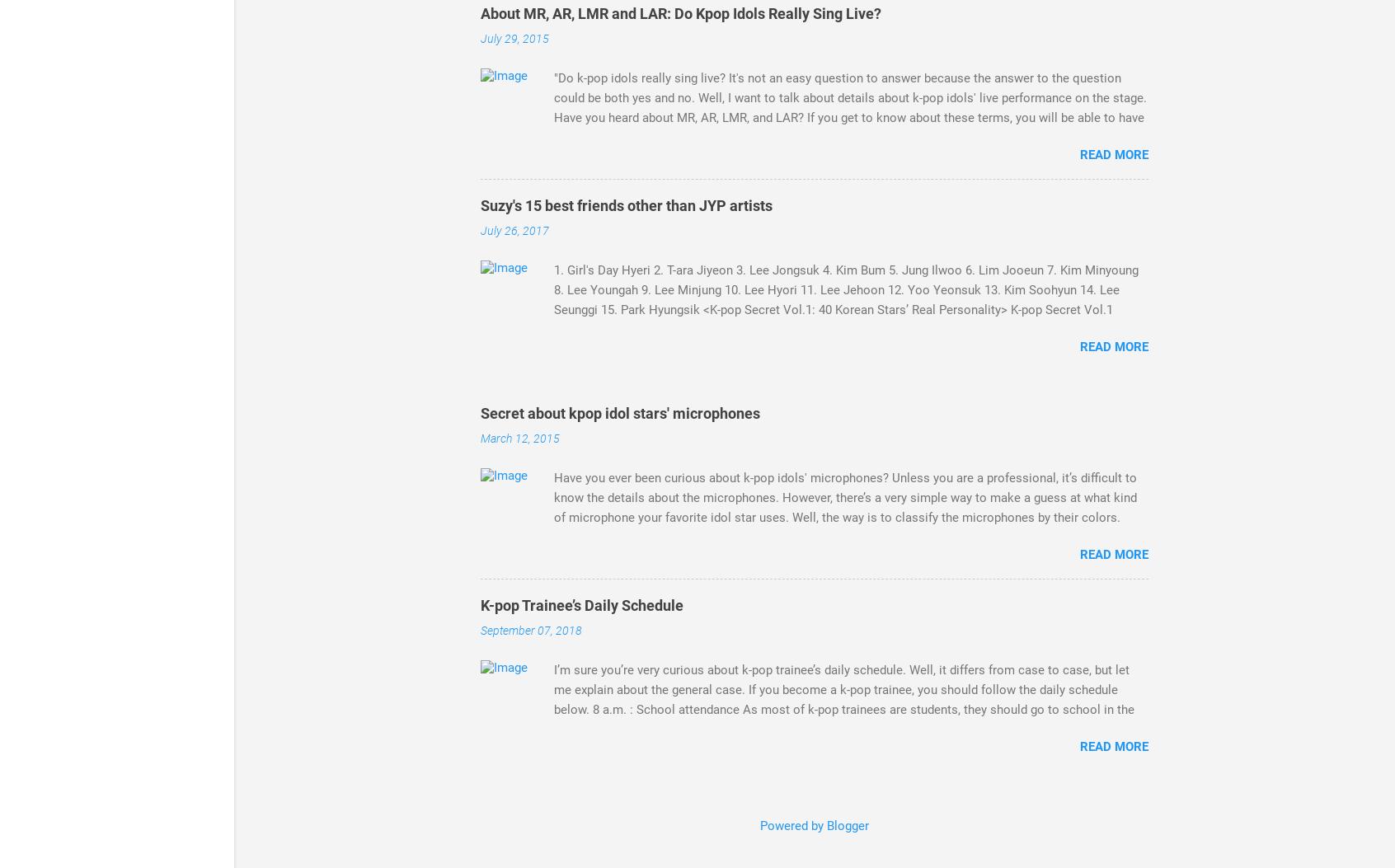 The height and width of the screenshot is (868, 1395). What do you see at coordinates (814, 824) in the screenshot?
I see `'Powered by Blogger'` at bounding box center [814, 824].